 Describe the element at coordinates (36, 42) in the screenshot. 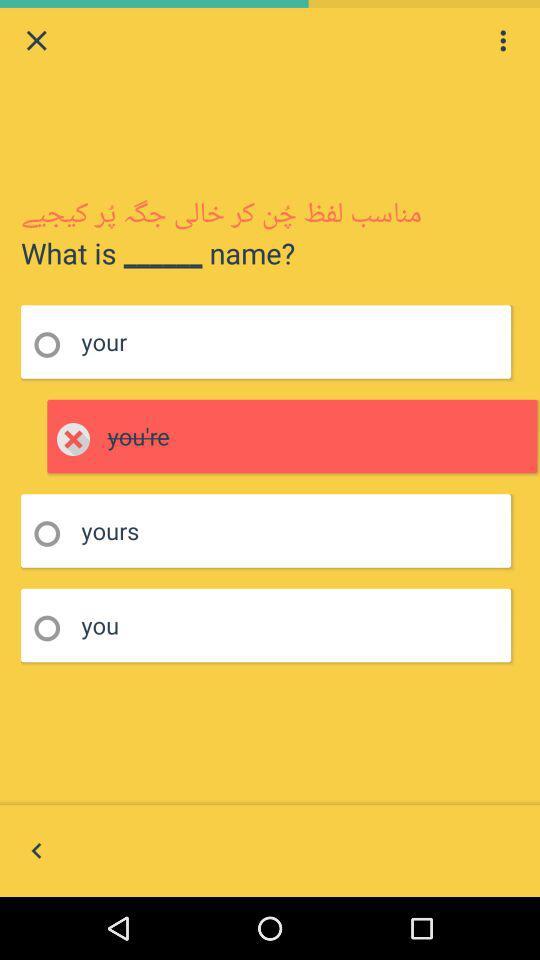

I see `the close icon` at that location.